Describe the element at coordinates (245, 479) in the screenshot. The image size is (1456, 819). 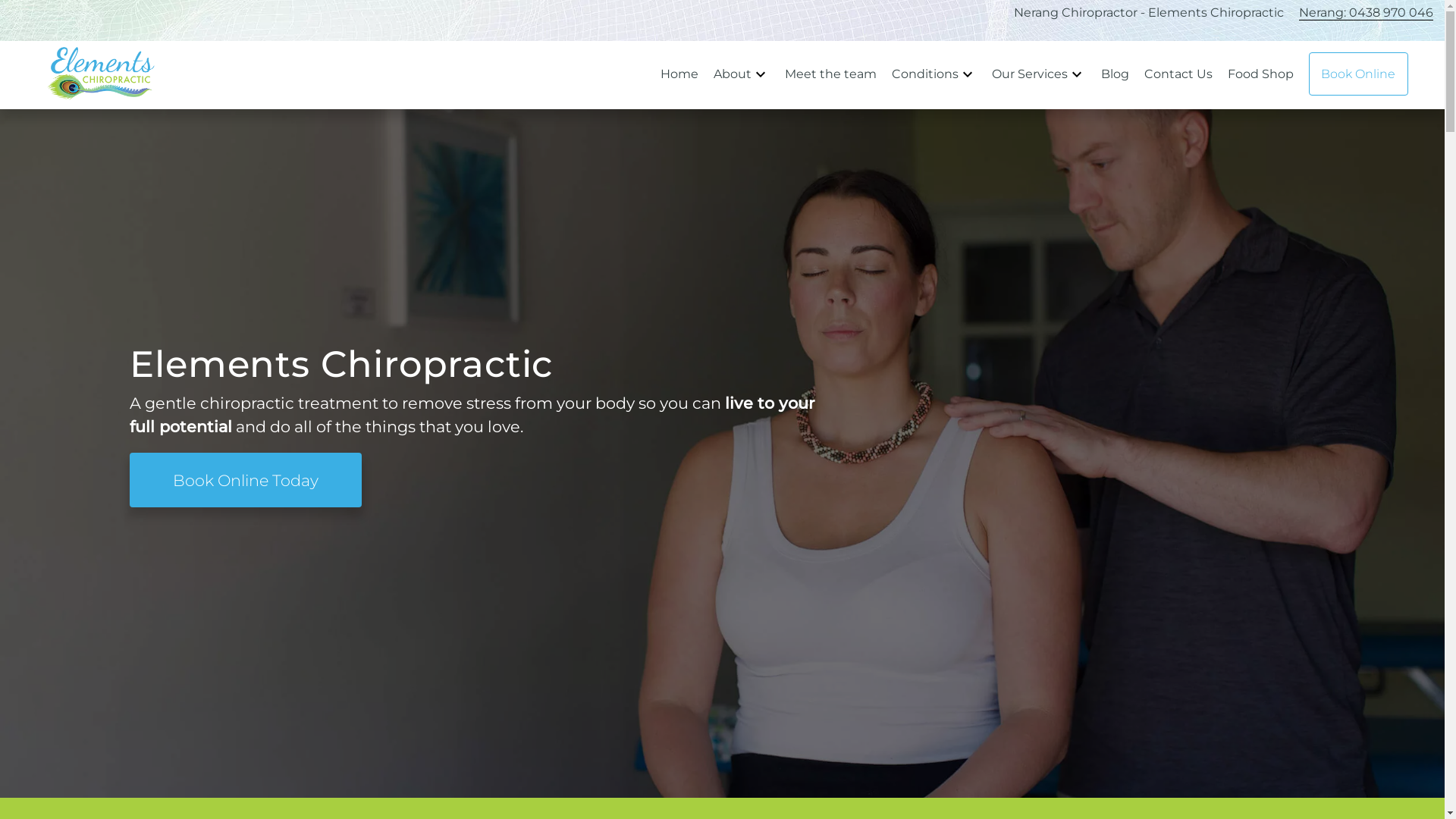
I see `'Book Online Today'` at that location.